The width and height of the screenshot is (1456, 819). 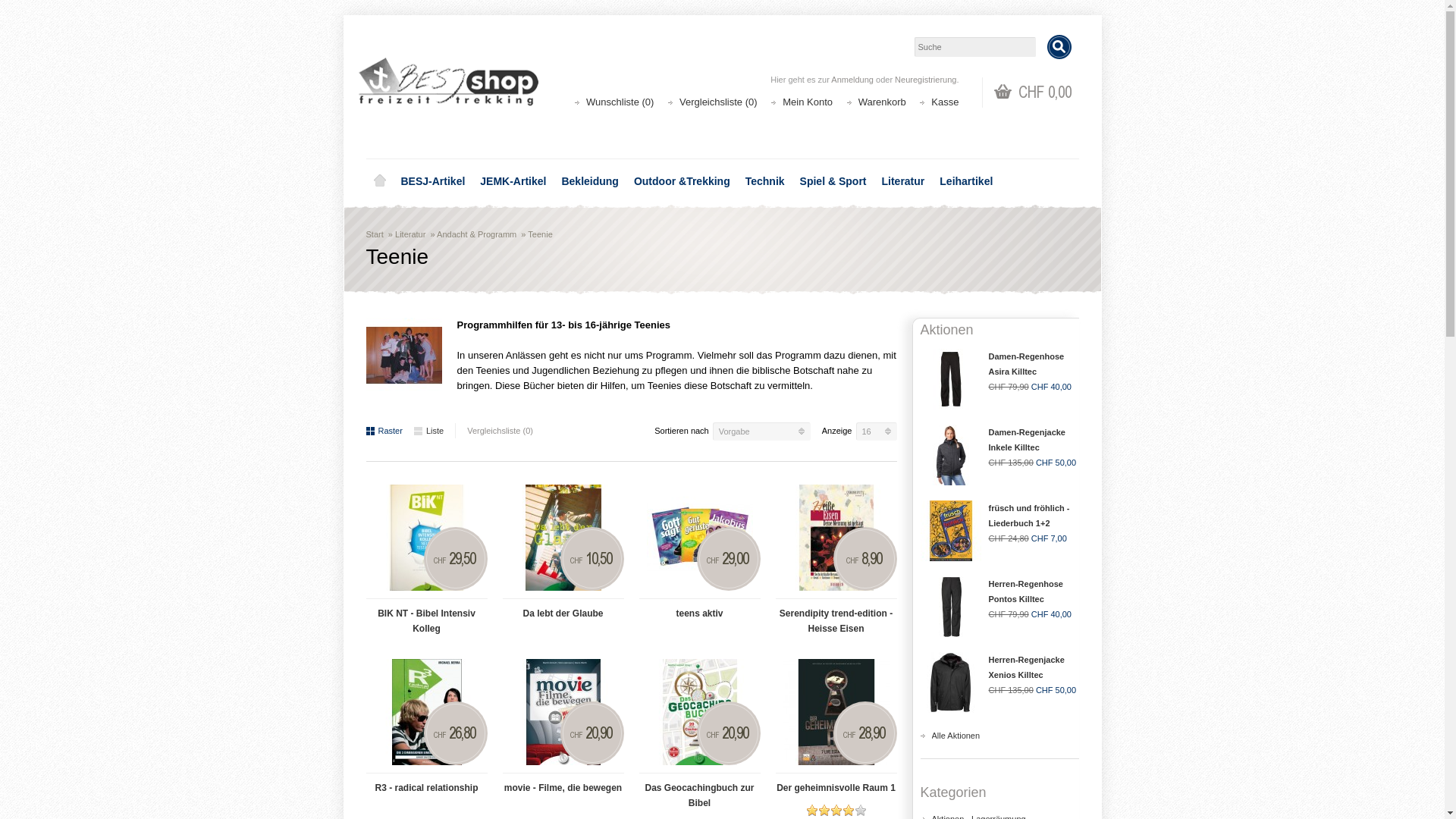 I want to click on 'Bekleidung', so click(x=588, y=180).